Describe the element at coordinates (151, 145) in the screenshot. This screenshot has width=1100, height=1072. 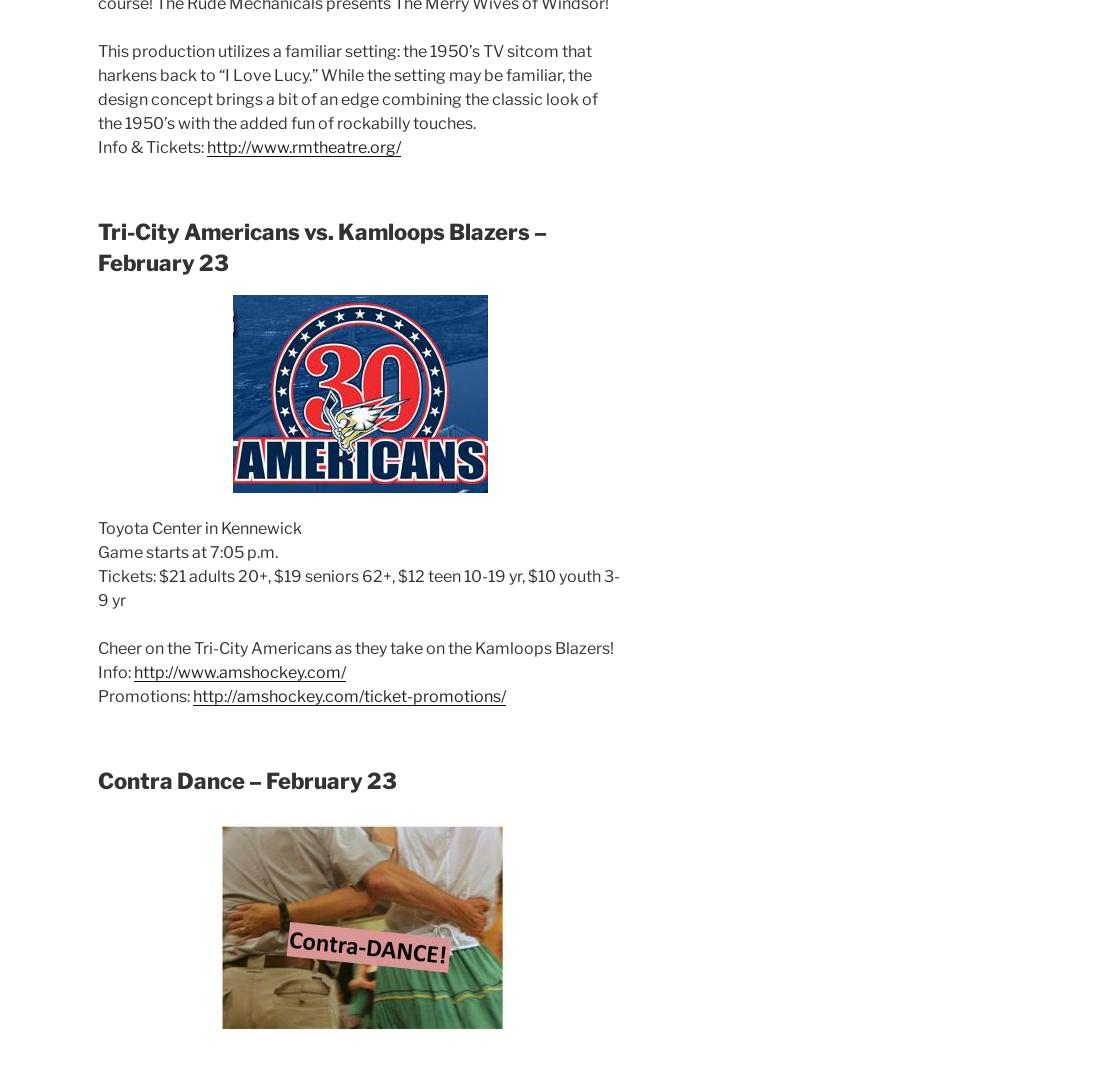
I see `'Info & Tickets:'` at that location.